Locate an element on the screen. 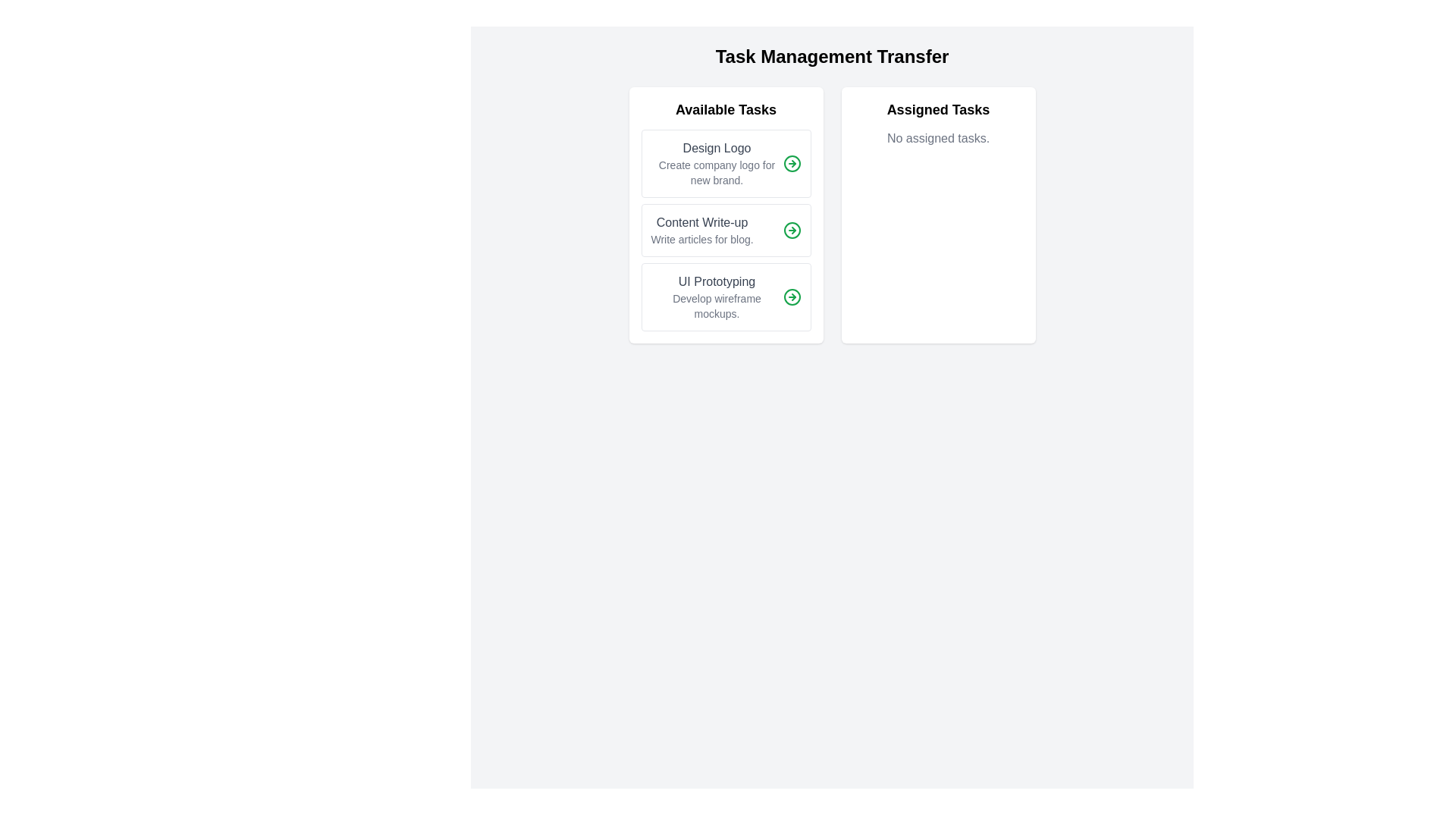 This screenshot has height=819, width=1456. the SVG Circle located on the right-hand side of the bottom-most task card in the 'Available Tasks' section, associated with the 'UI Prototyping' task is located at coordinates (791, 297).